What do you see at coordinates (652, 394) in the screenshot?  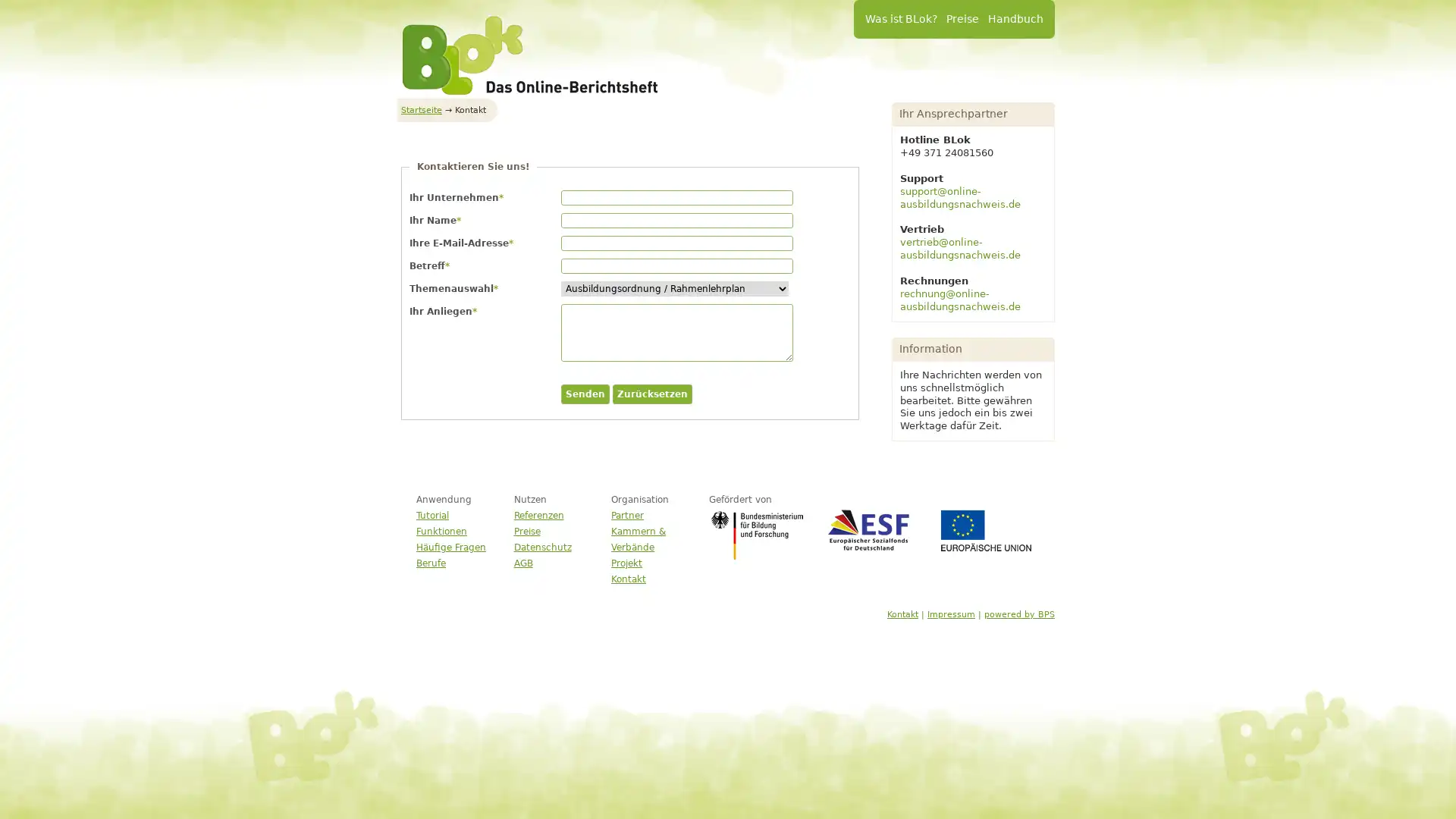 I see `Zurucksetzen` at bounding box center [652, 394].